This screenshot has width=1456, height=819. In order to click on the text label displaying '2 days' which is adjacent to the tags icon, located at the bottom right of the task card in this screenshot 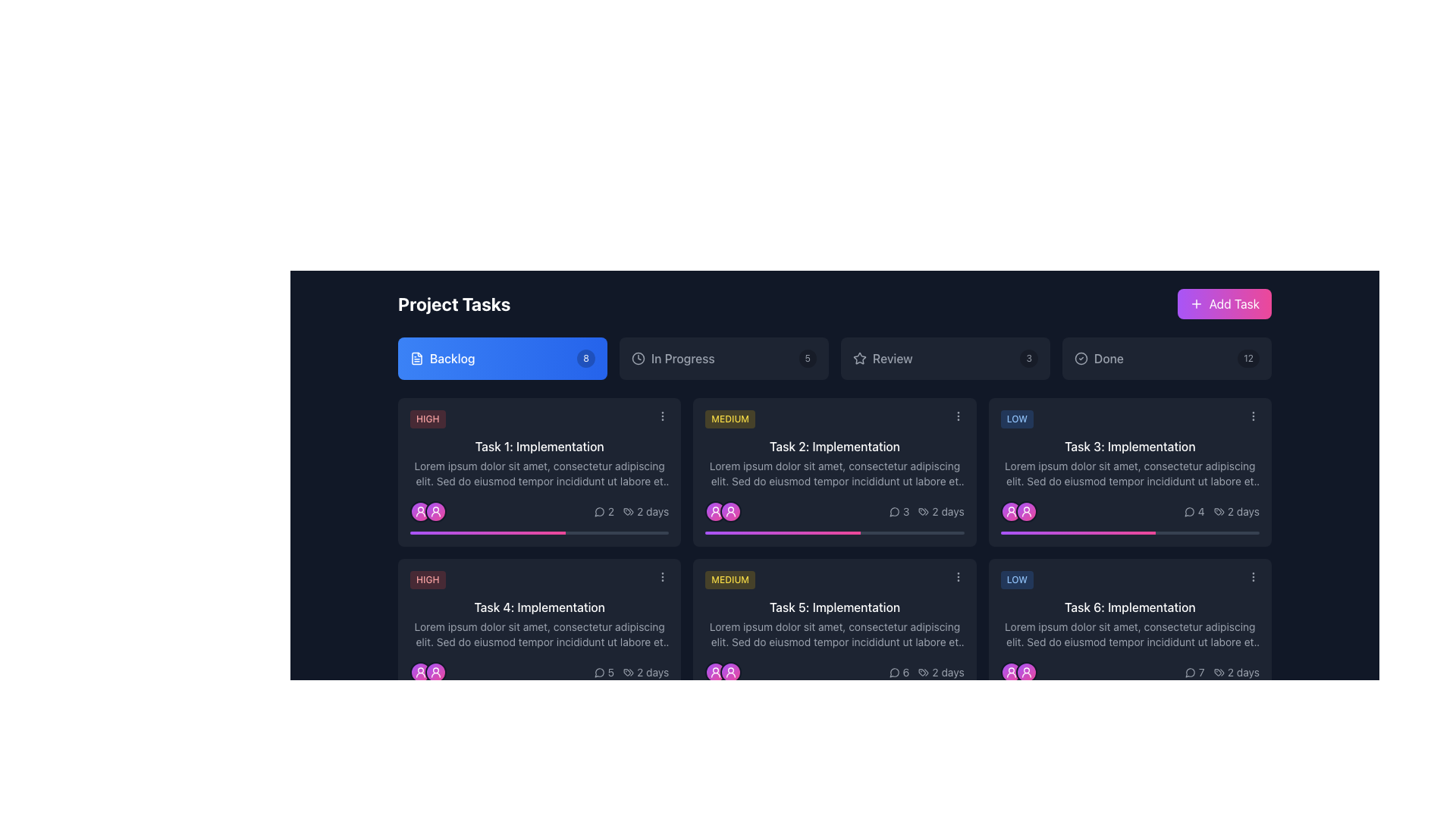, I will do `click(1222, 672)`.